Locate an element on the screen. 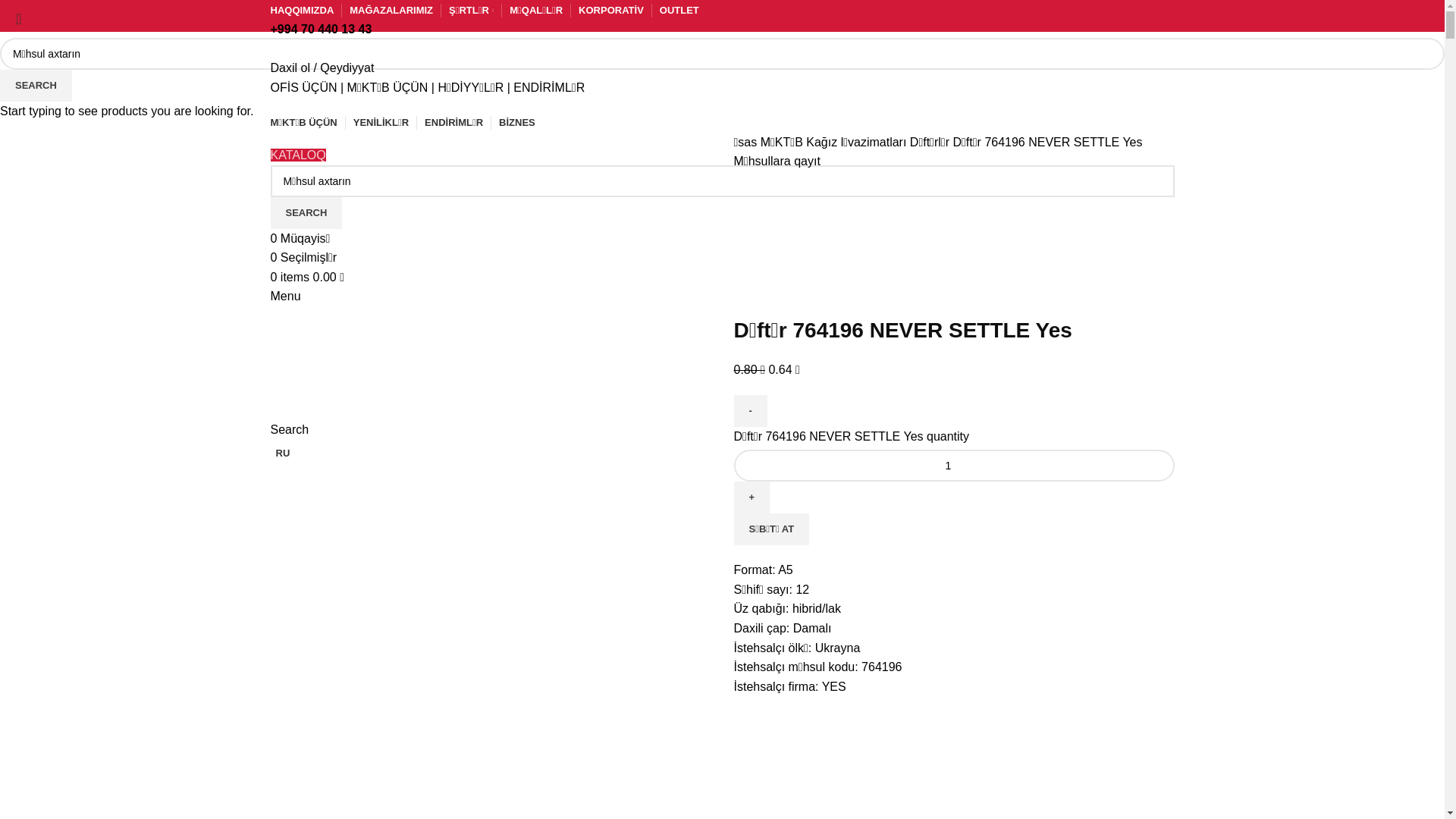  'BIZNES' is located at coordinates (516, 122).